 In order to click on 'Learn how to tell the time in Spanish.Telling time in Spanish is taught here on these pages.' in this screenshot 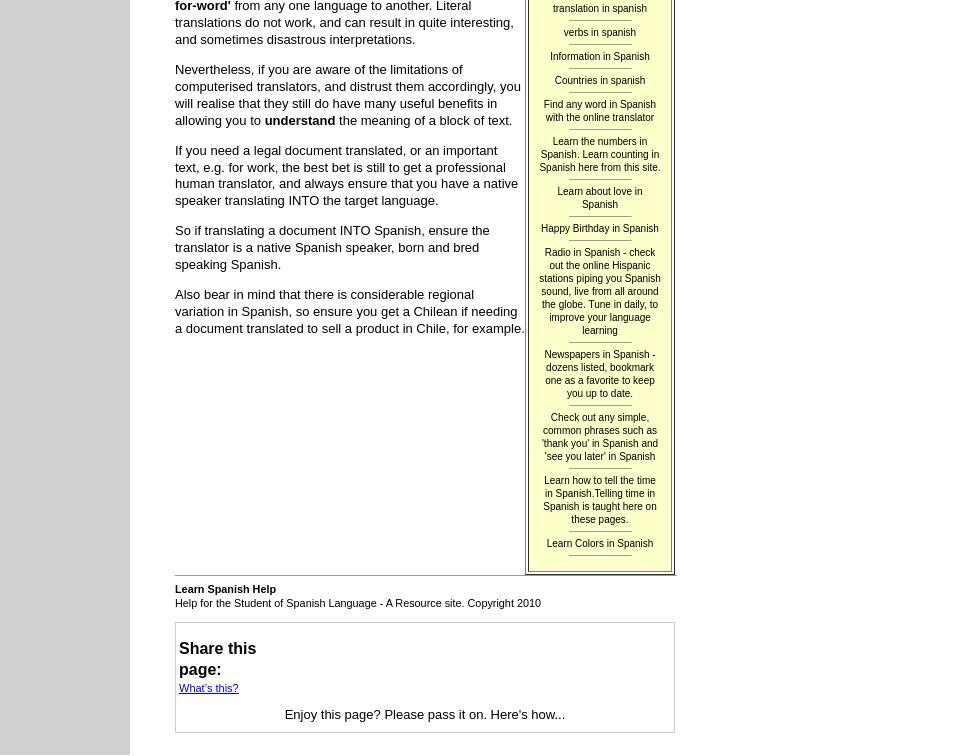, I will do `click(542, 498)`.